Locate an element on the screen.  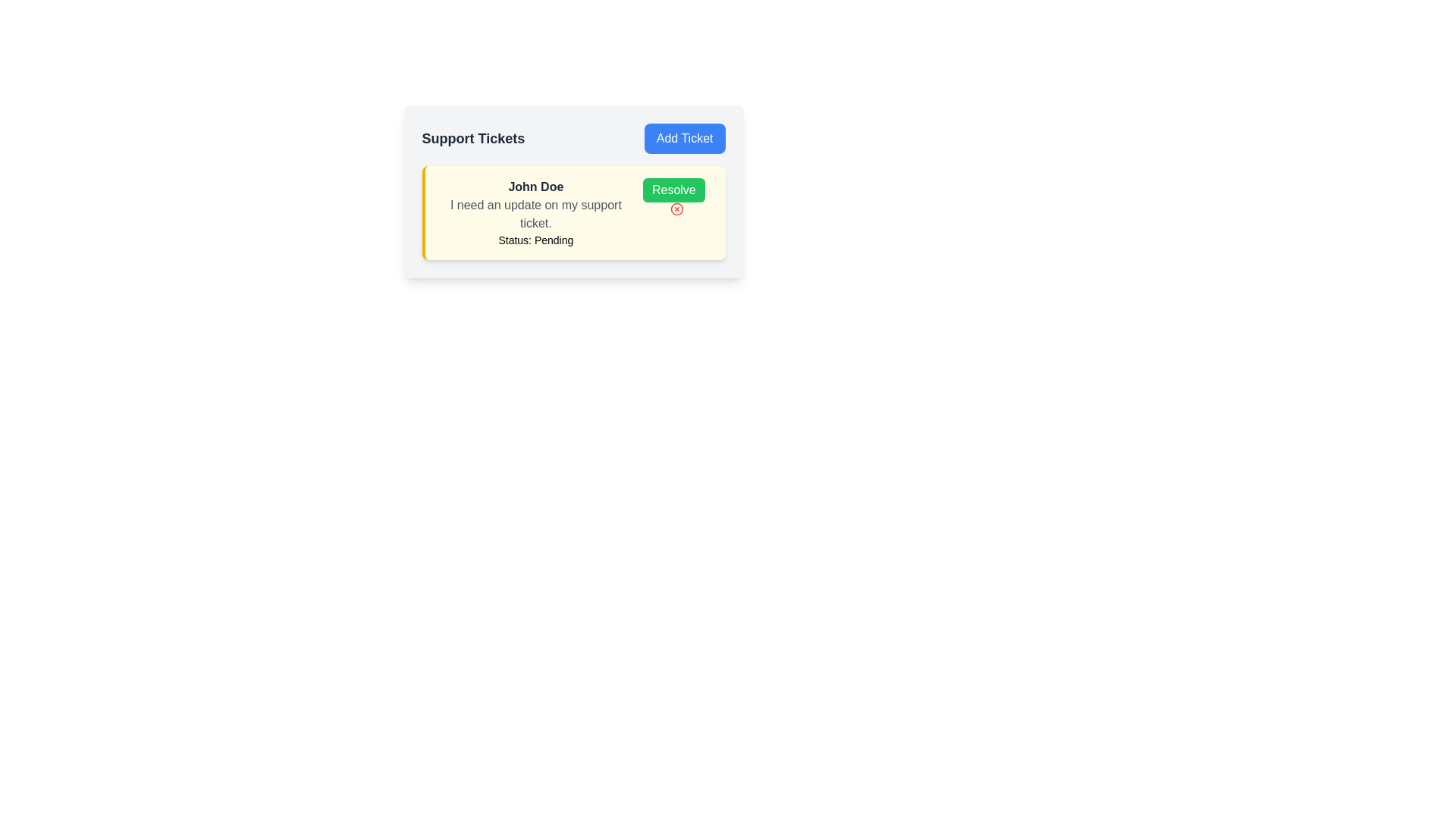
status displayed by the label showing 'Status: Pending', which is located below the name 'John Doe' in the 'Support Tickets' interface is located at coordinates (535, 239).